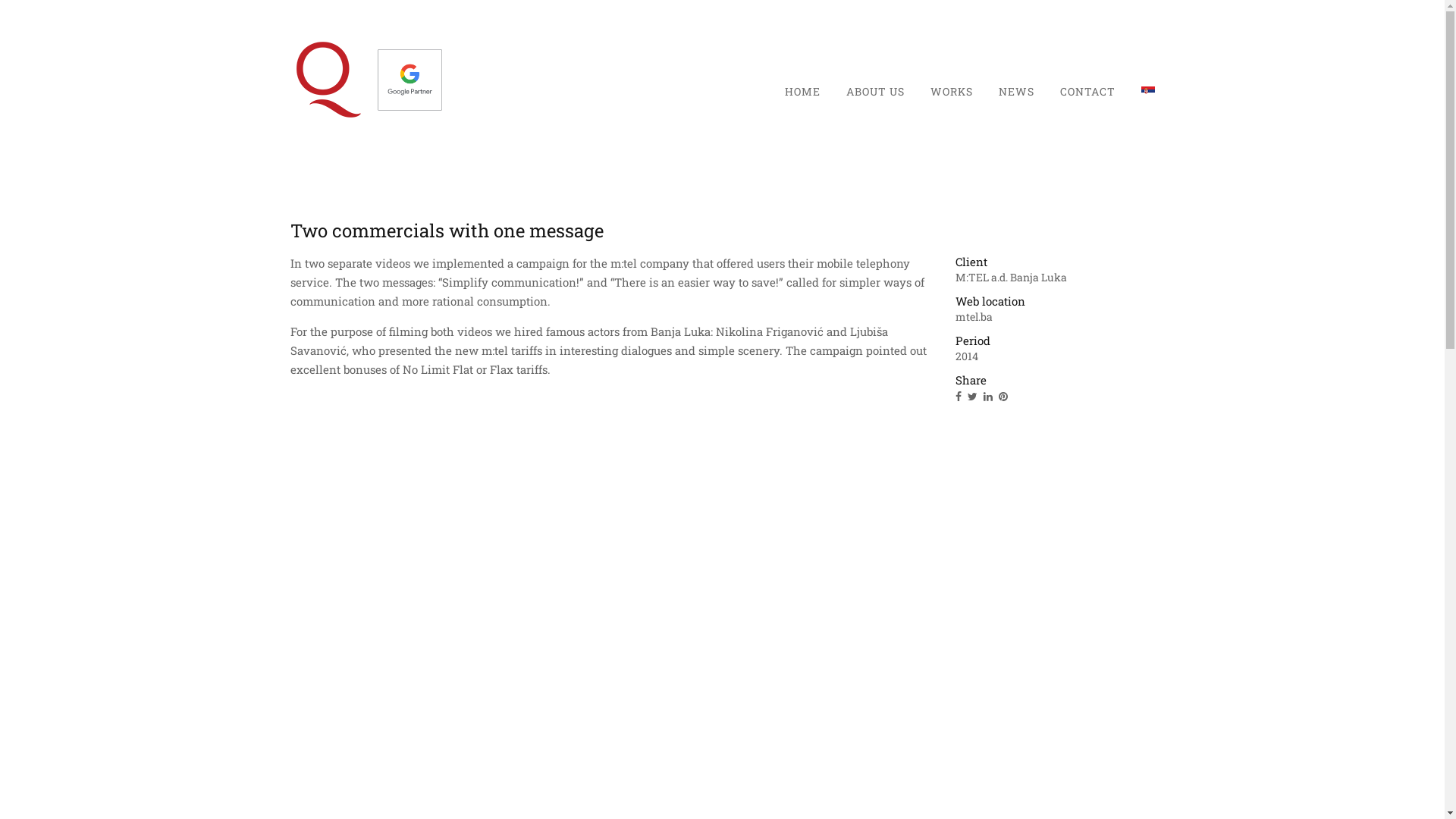 The height and width of the screenshot is (819, 1456). Describe the element at coordinates (801, 91) in the screenshot. I see `'HOME'` at that location.